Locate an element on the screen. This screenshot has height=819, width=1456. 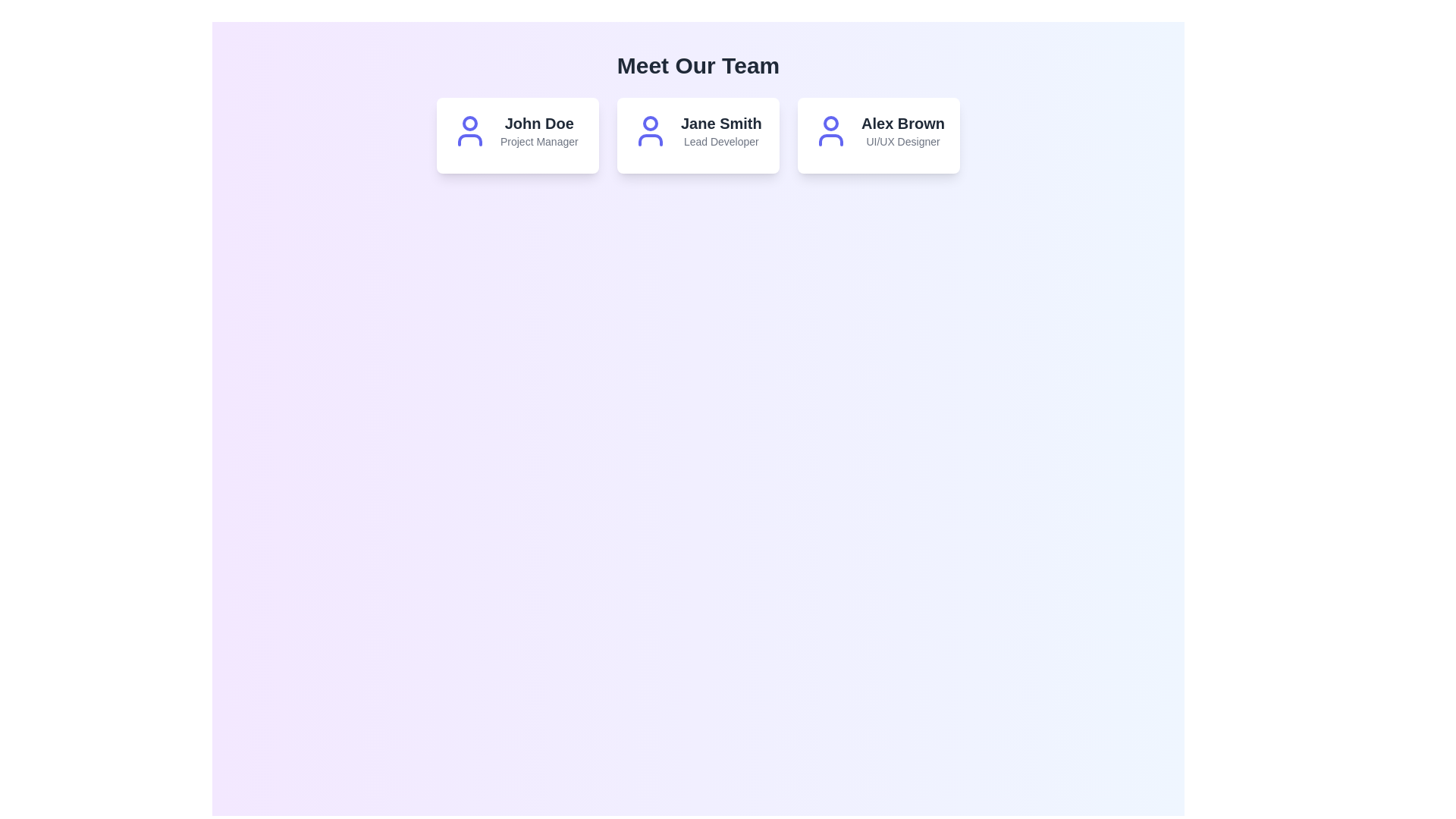
visual details of the Profile card component, which is the first card in a row of three under the title 'Meet Our Team' is located at coordinates (517, 130).